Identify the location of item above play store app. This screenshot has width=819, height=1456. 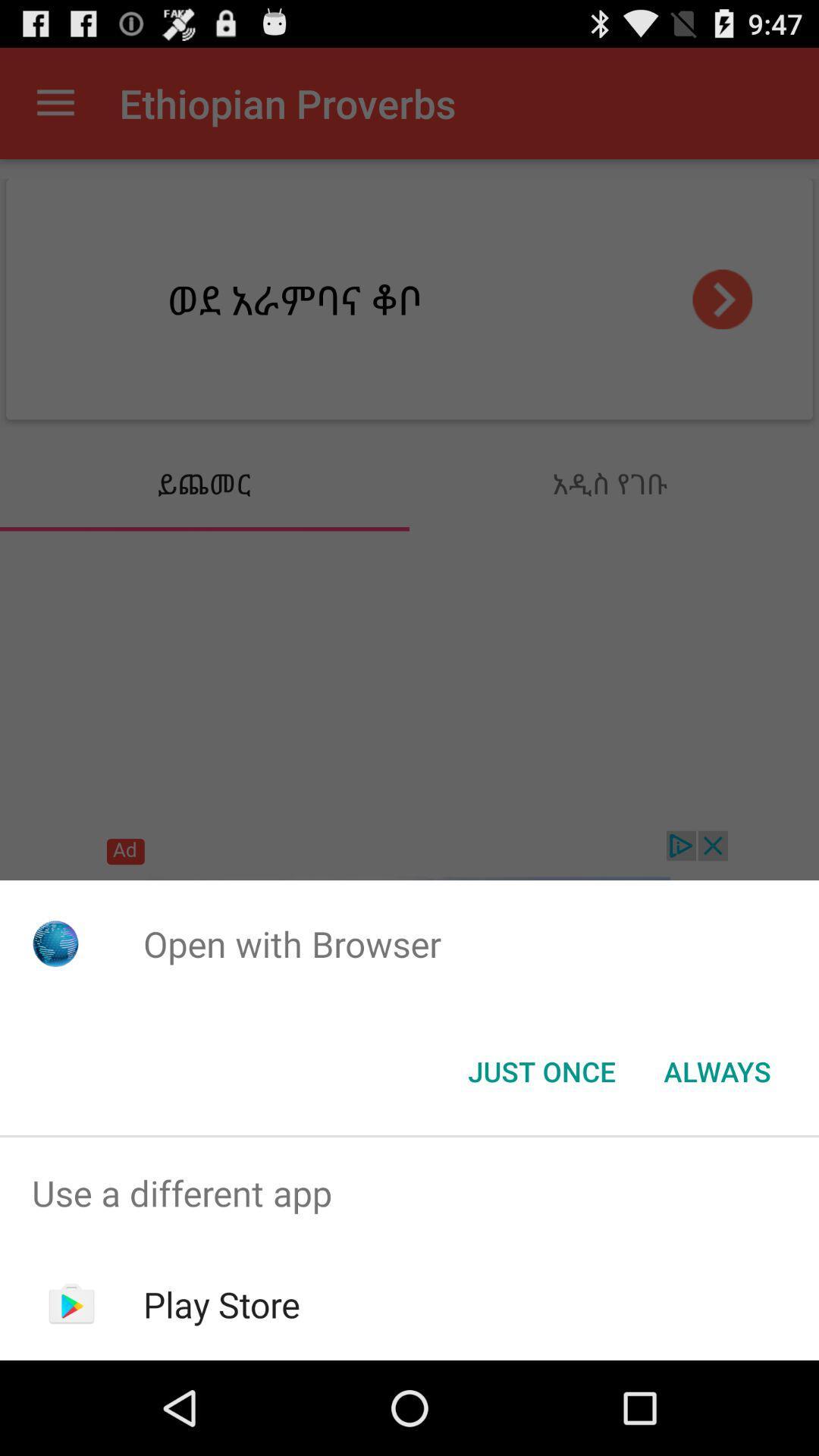
(409, 1192).